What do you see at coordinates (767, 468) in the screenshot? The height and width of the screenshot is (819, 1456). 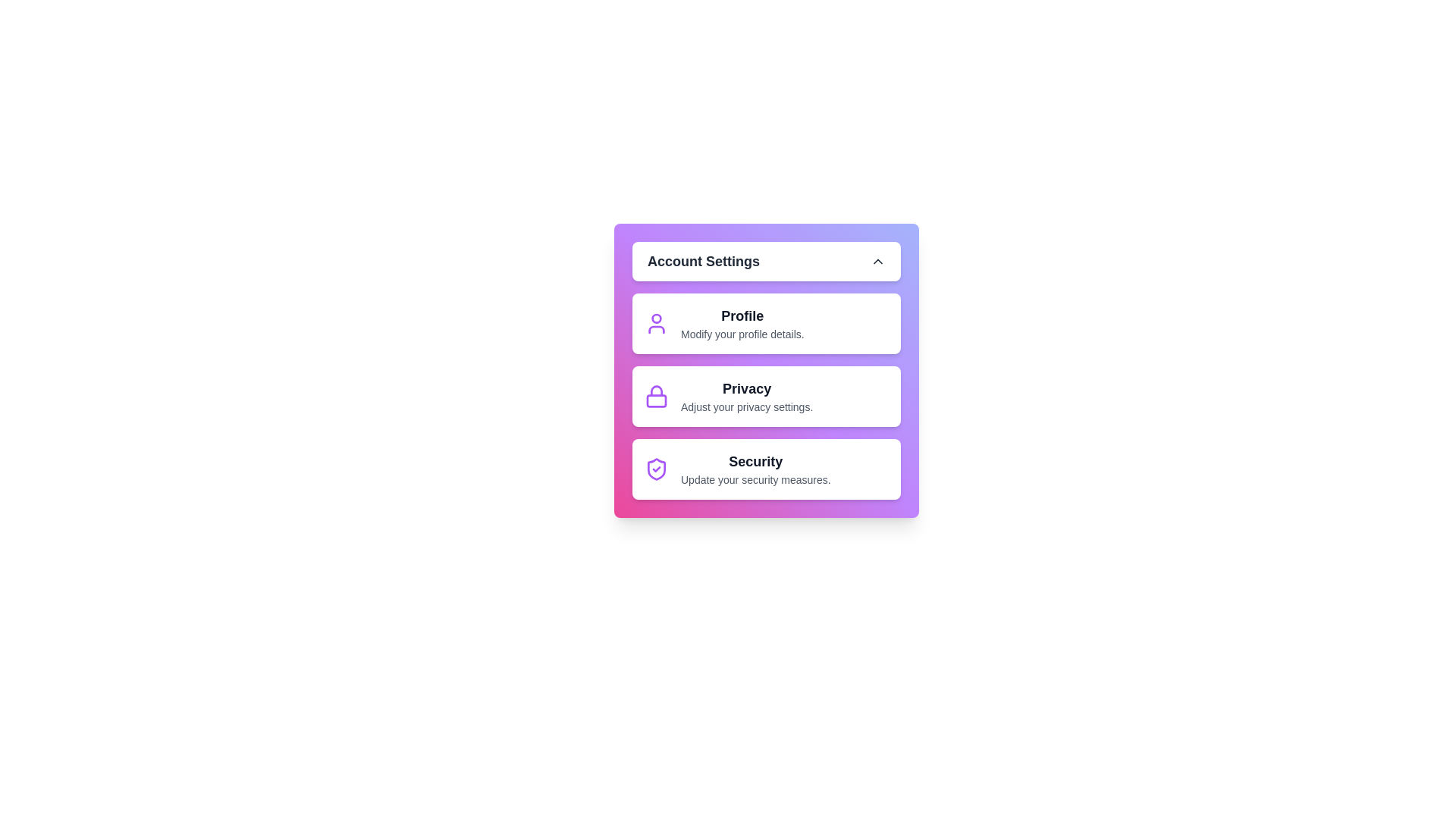 I see `the 'Security' item to access security settings` at bounding box center [767, 468].